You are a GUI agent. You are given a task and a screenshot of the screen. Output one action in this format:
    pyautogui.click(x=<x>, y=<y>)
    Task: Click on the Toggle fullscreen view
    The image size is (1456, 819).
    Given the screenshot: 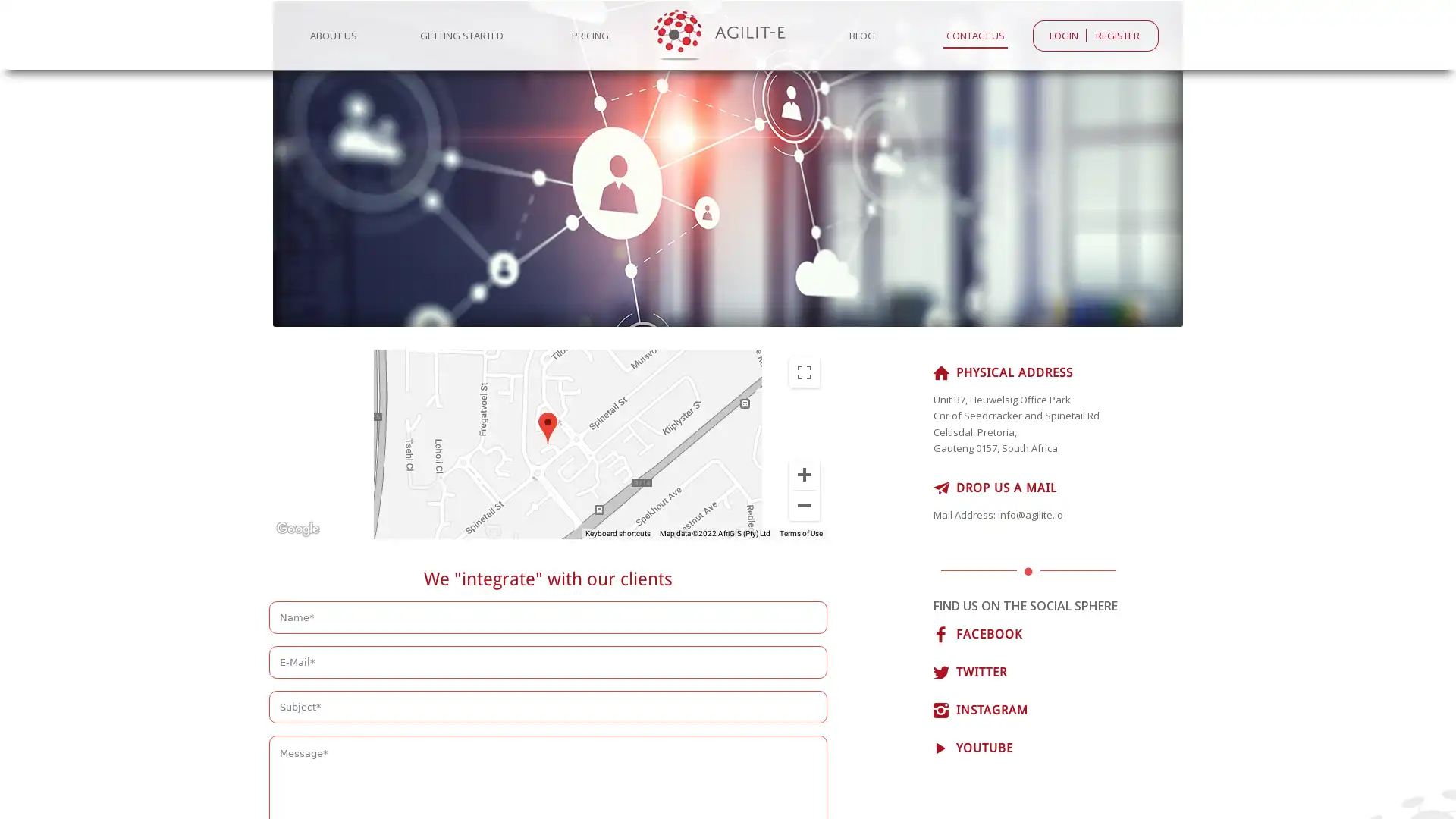 What is the action you would take?
    pyautogui.click(x=803, y=372)
    